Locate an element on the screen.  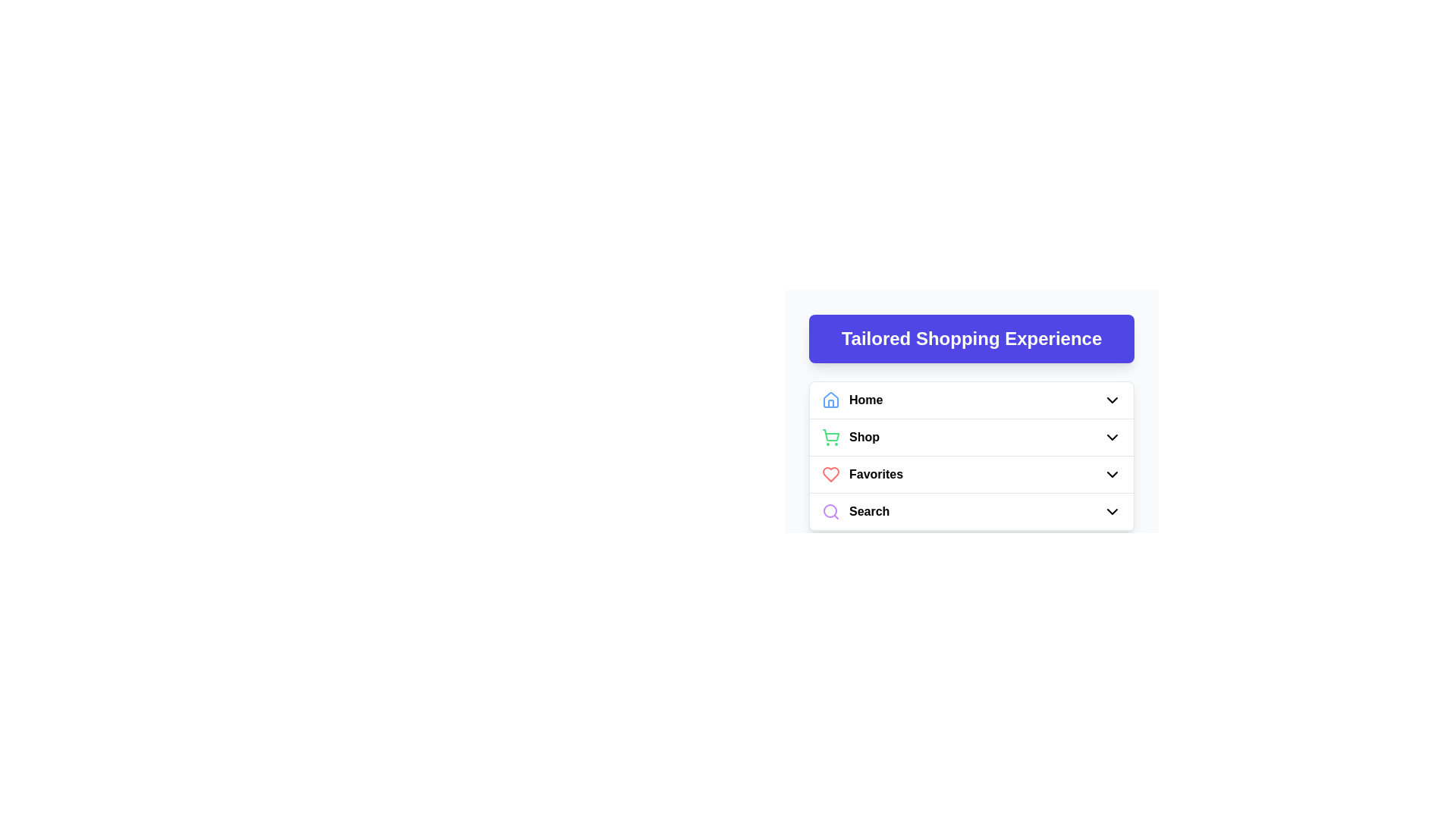
the 'Search' button with a dropdown component located below 'Favorites' in the navigation list is located at coordinates (971, 512).